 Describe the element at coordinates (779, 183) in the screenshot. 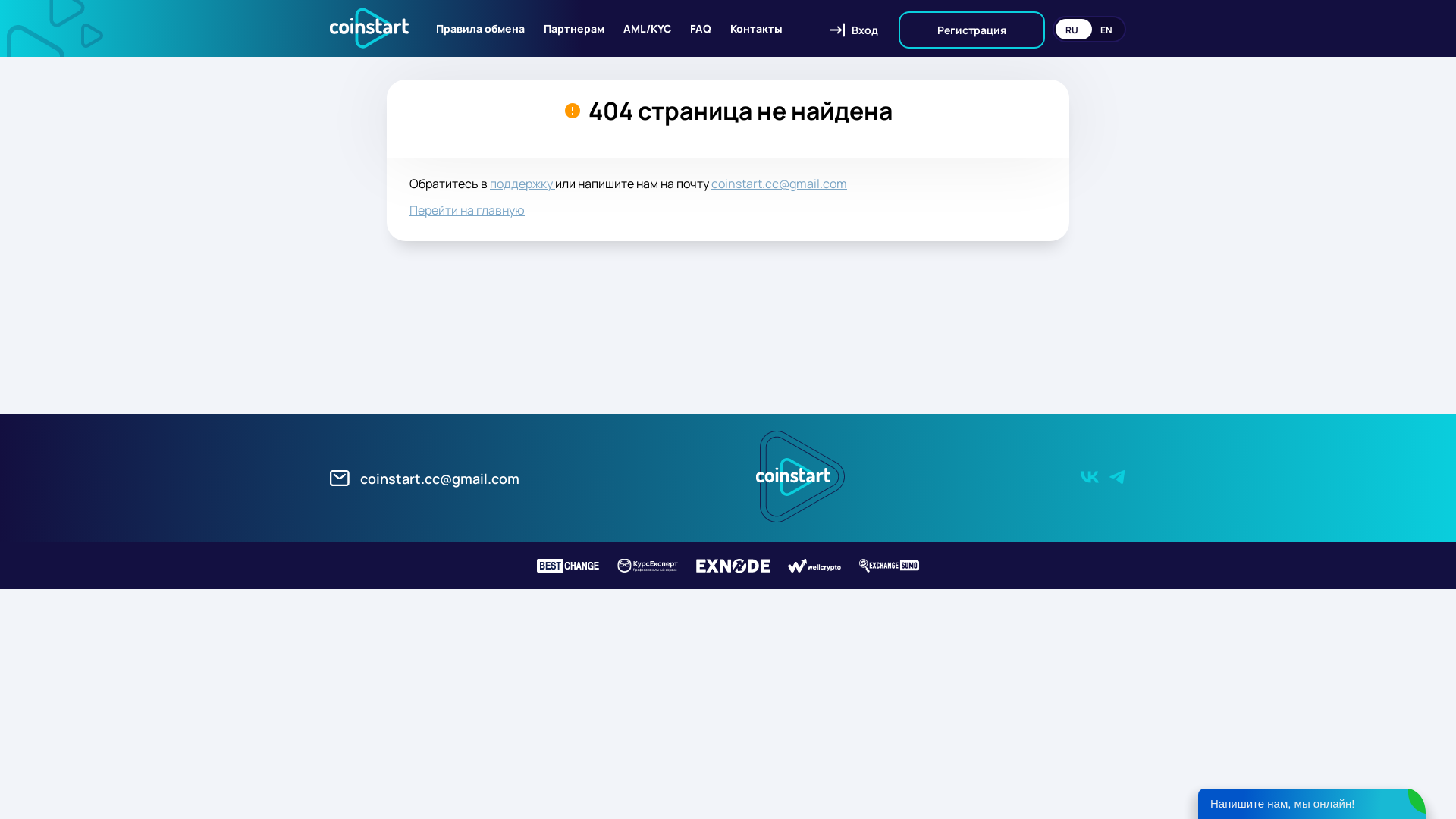

I see `'coinstart.cc@gmail.com'` at that location.